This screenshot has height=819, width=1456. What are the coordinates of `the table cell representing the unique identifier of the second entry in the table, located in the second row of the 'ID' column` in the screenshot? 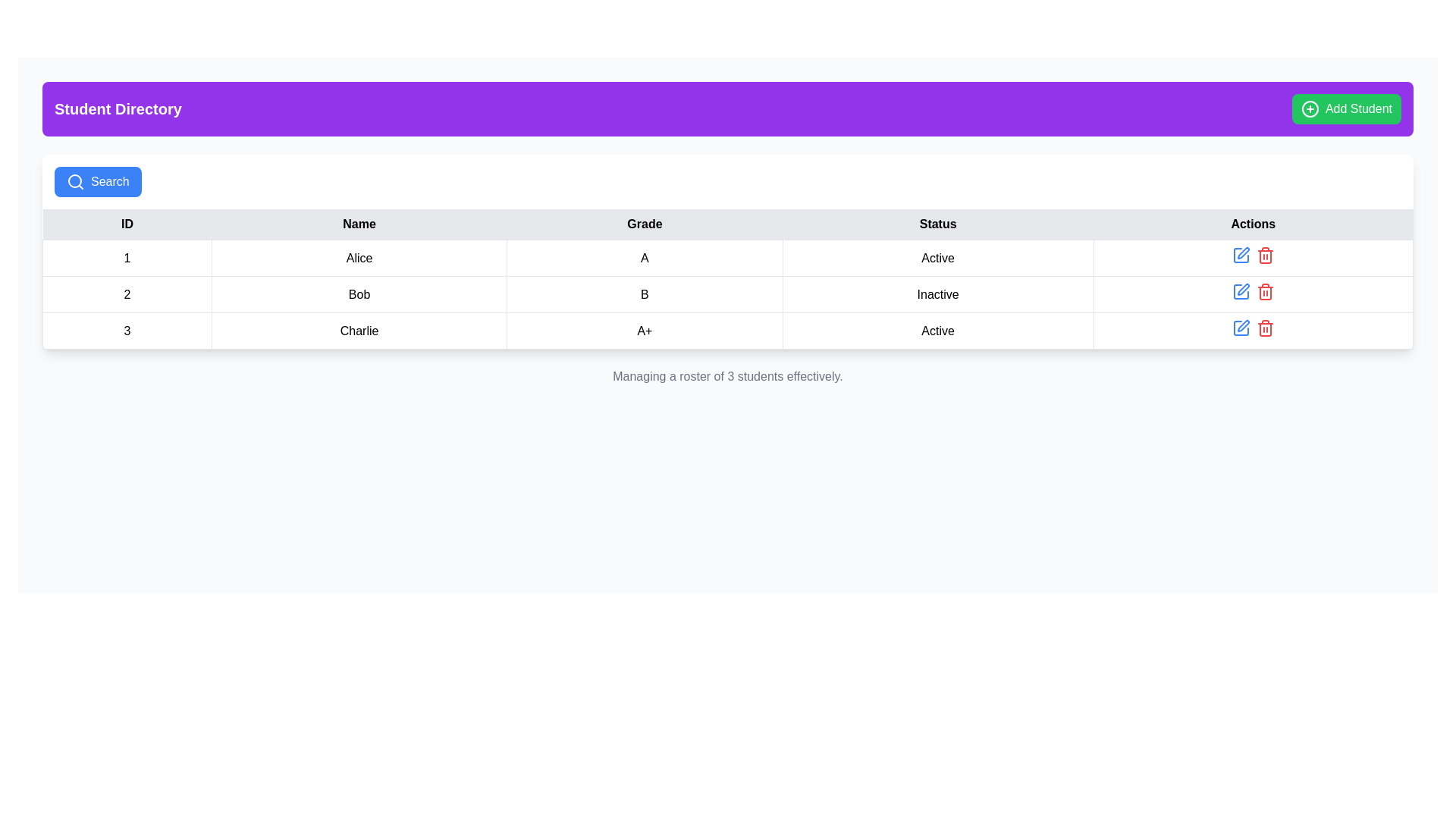 It's located at (127, 294).